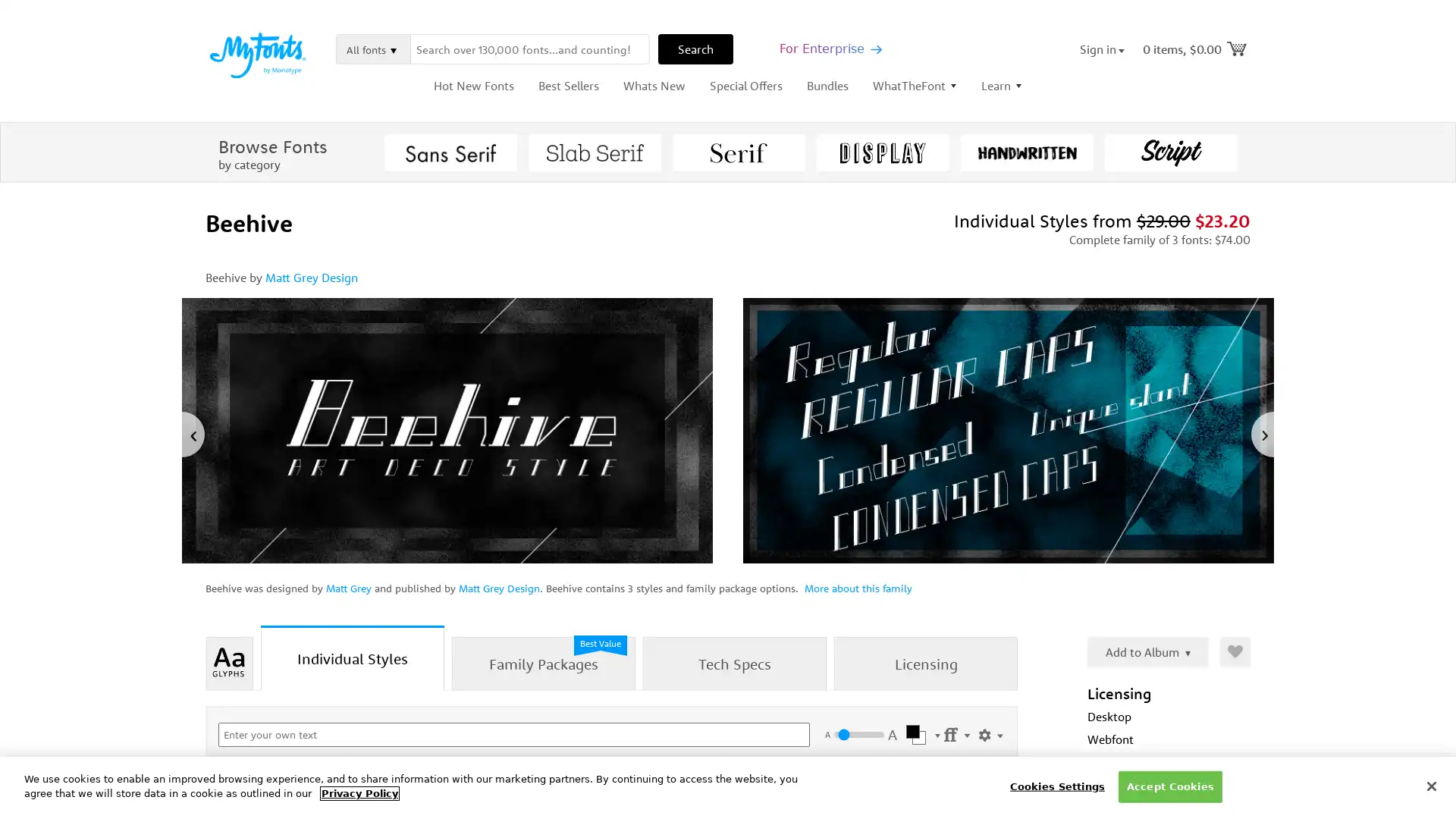  I want to click on Sign in, so click(1102, 49).